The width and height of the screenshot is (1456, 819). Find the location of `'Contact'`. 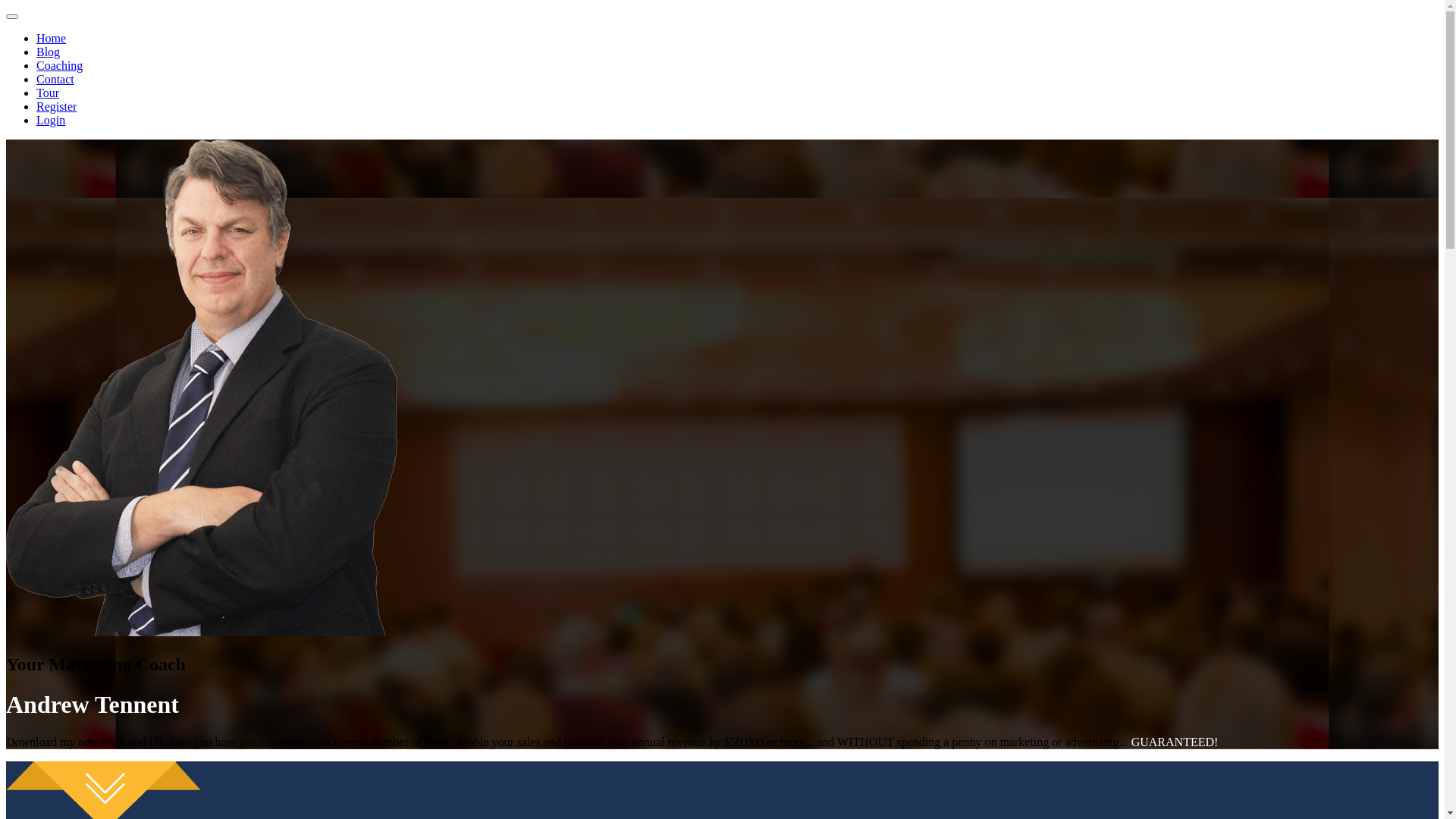

'Contact' is located at coordinates (55, 79).